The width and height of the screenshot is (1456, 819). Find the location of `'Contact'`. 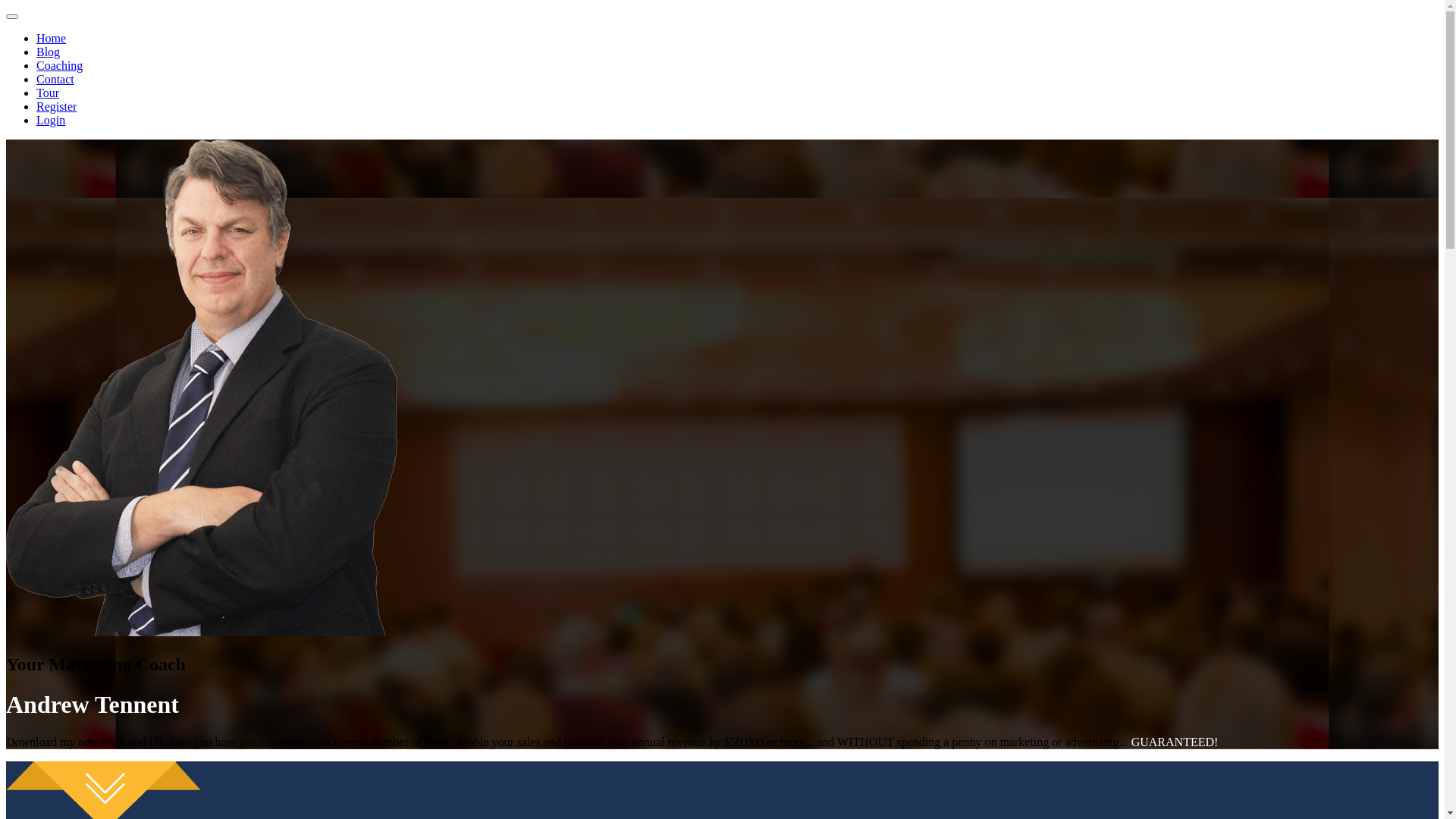

'Contact' is located at coordinates (55, 79).